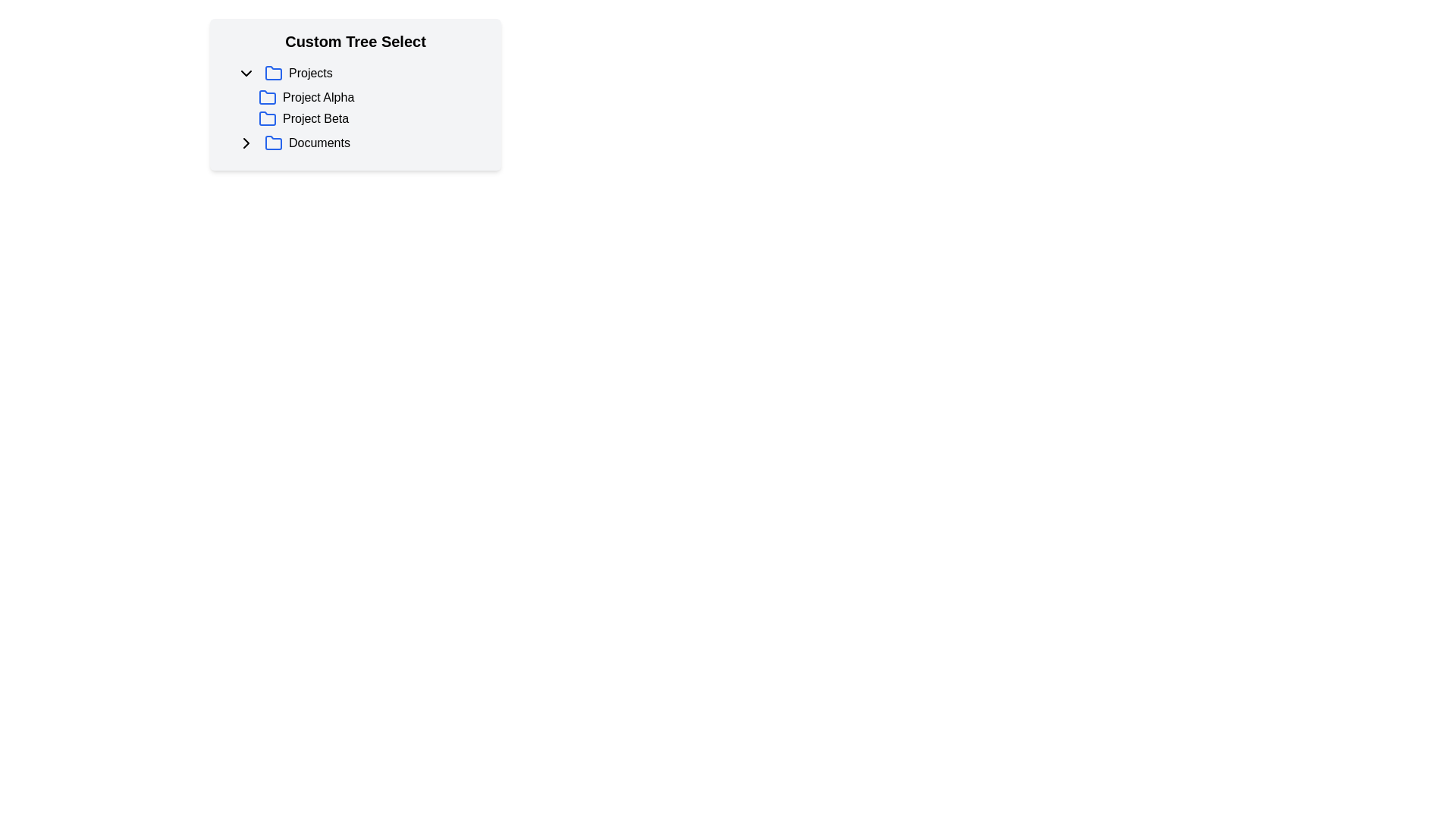 This screenshot has height=819, width=1456. I want to click on the text label associated with the second item in the 'Custom Tree Select' menu, so click(318, 97).